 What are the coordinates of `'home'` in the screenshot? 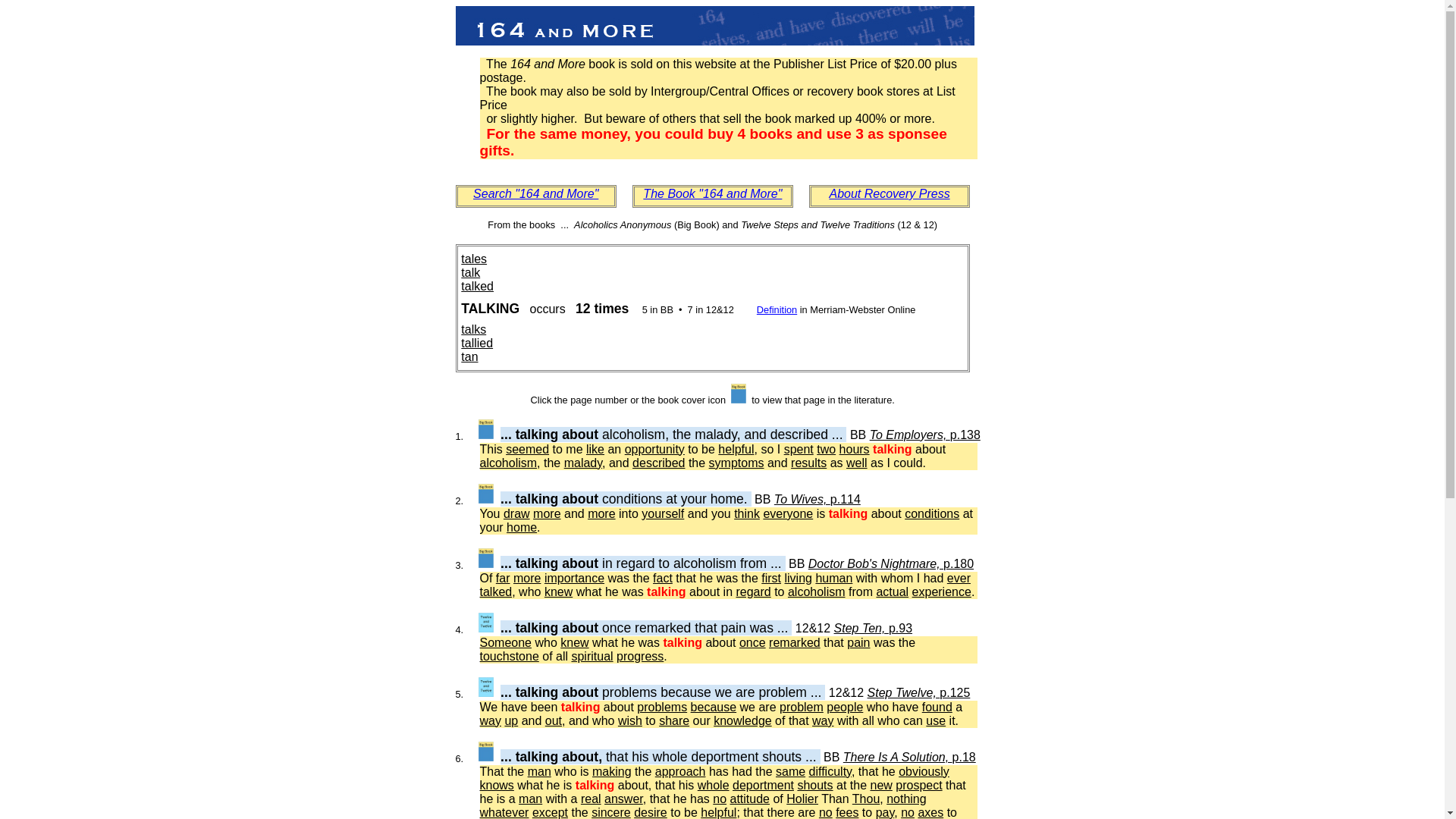 It's located at (521, 526).